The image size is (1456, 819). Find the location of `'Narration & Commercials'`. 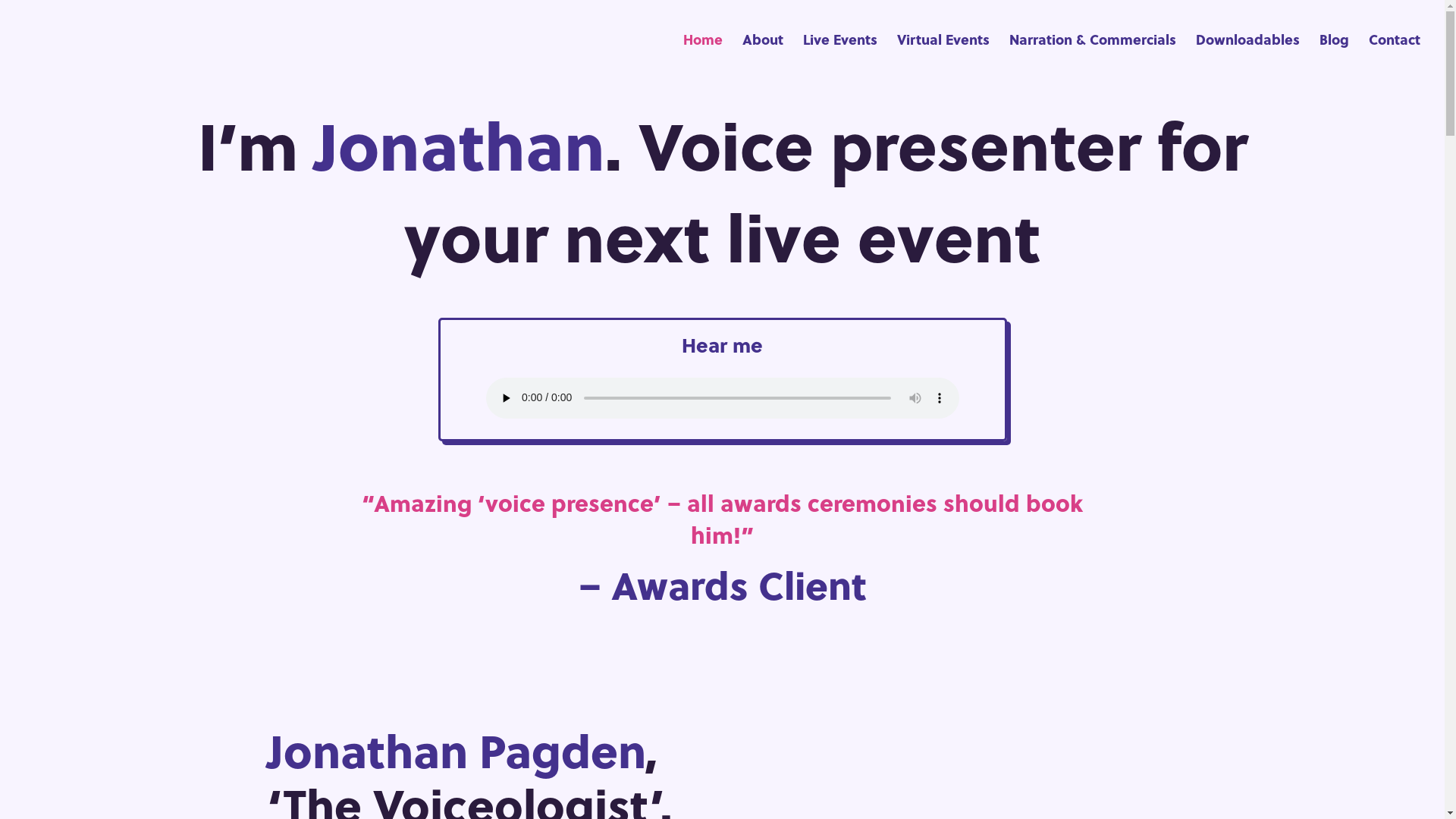

'Narration & Commercials' is located at coordinates (1092, 55).